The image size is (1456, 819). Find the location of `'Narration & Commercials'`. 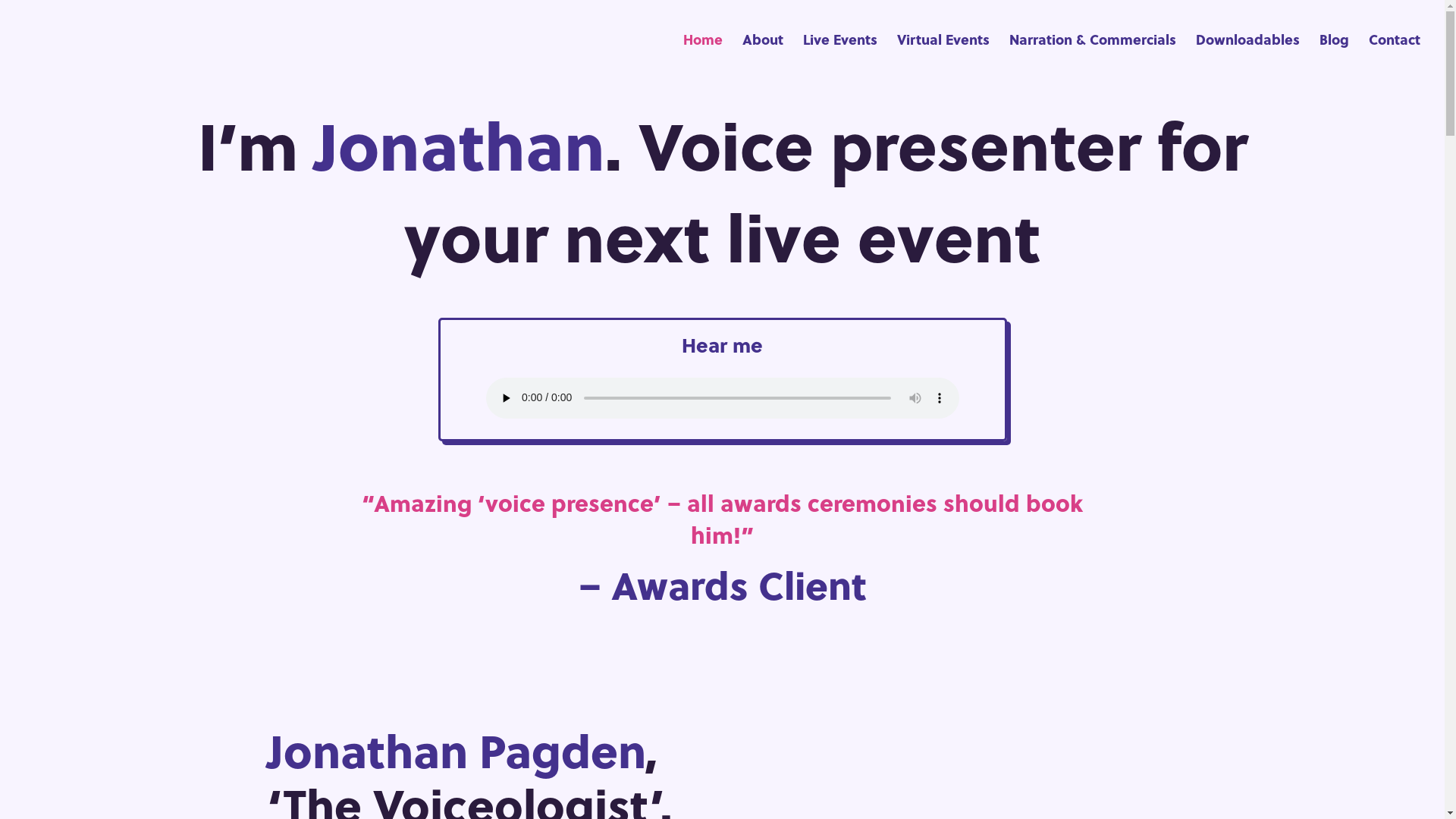

'Narration & Commercials' is located at coordinates (1092, 55).